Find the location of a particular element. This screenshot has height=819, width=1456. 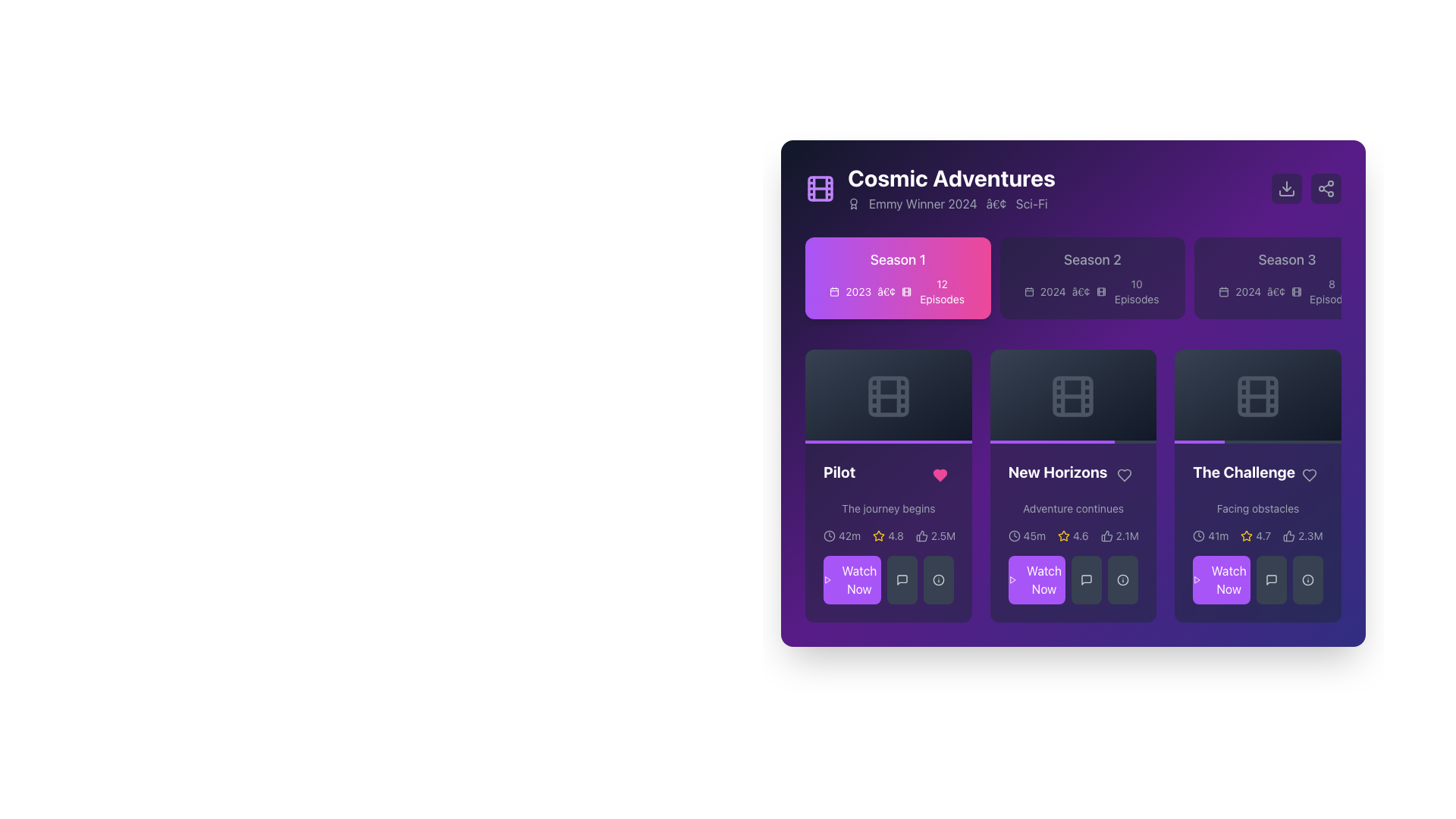

the leftmost button is located at coordinates (1306, 188).